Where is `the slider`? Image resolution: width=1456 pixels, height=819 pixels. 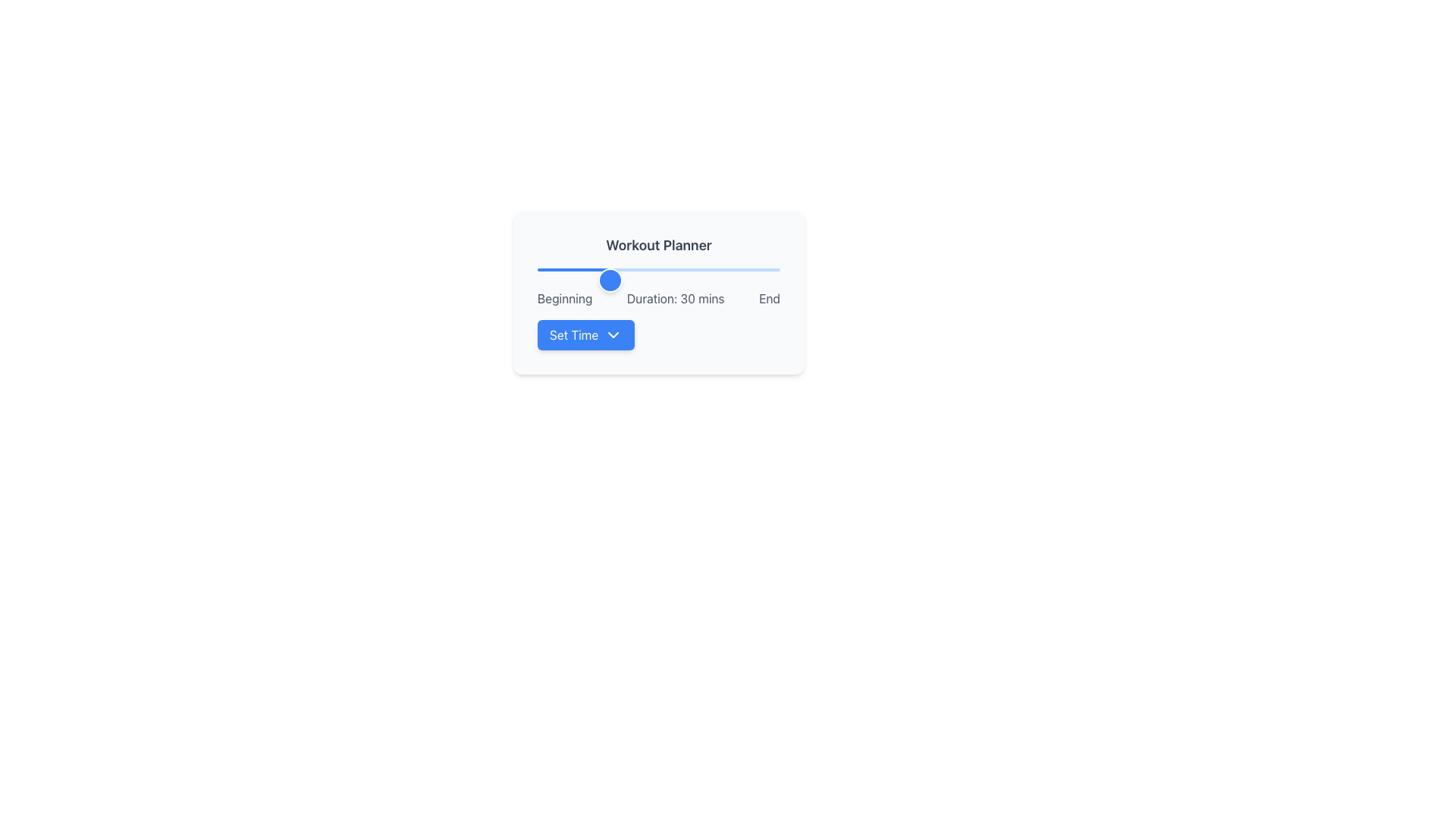
the slider is located at coordinates (595, 268).